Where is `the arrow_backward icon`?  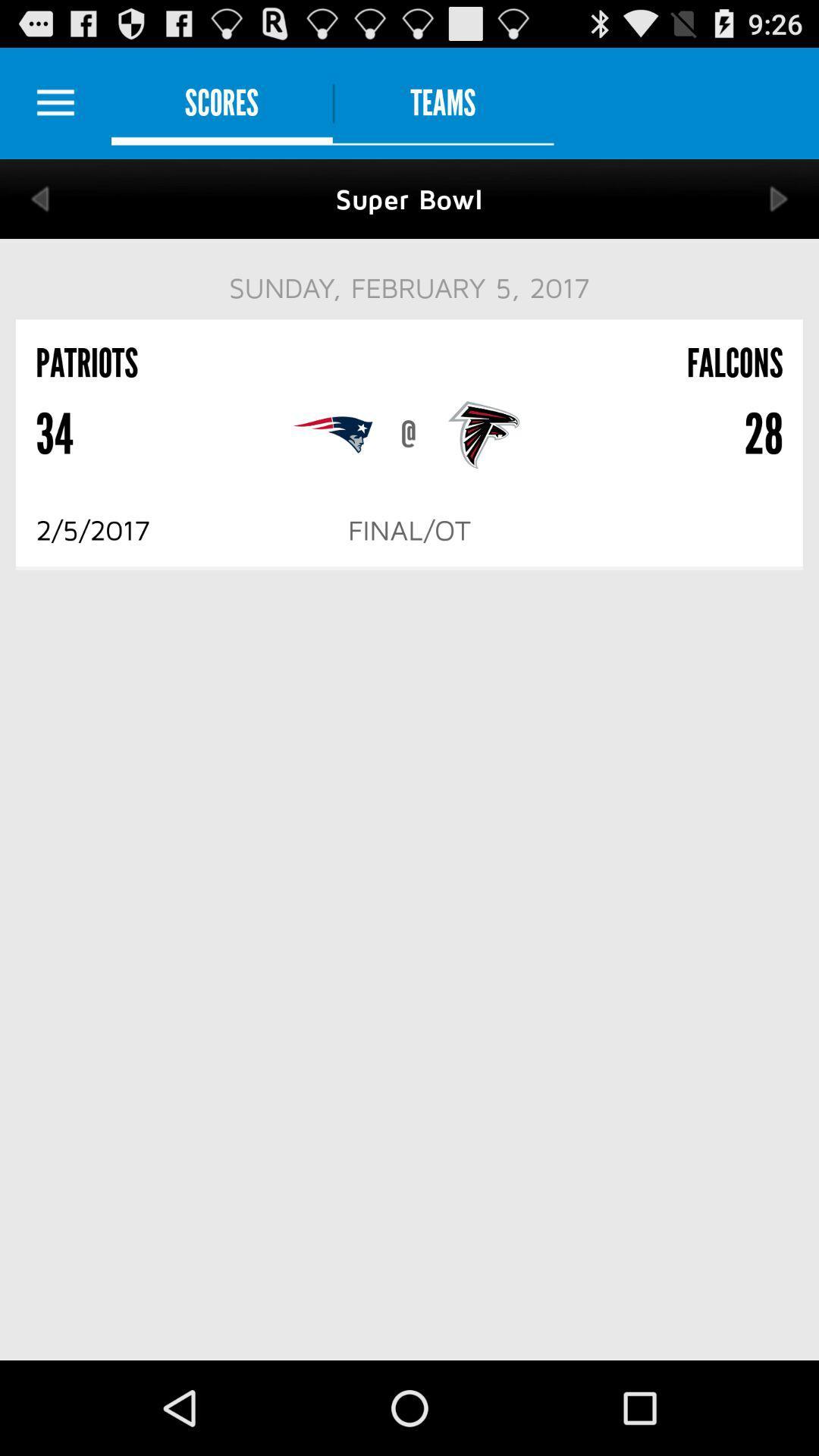 the arrow_backward icon is located at coordinates (39, 212).